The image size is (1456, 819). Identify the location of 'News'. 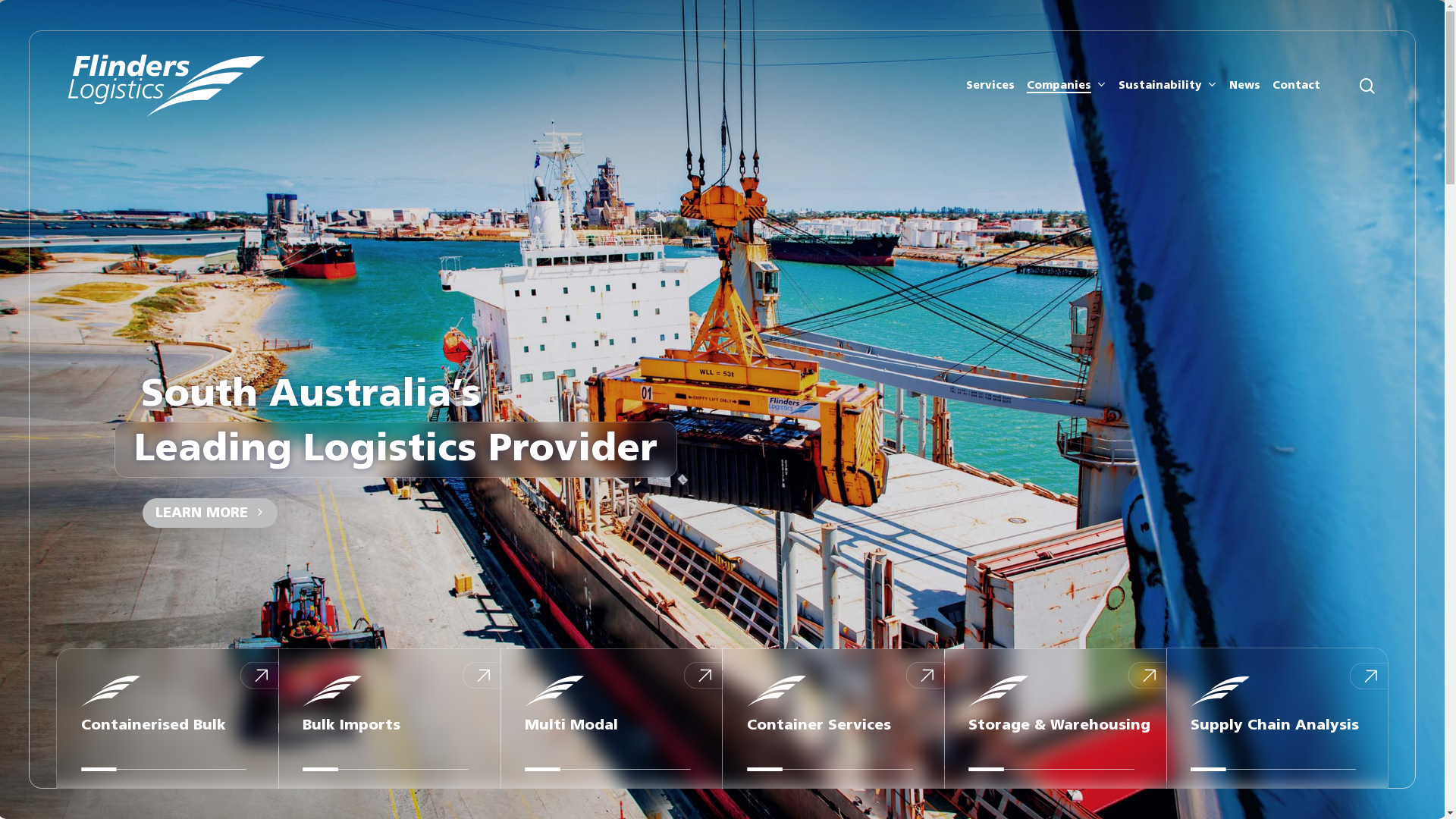
(1244, 85).